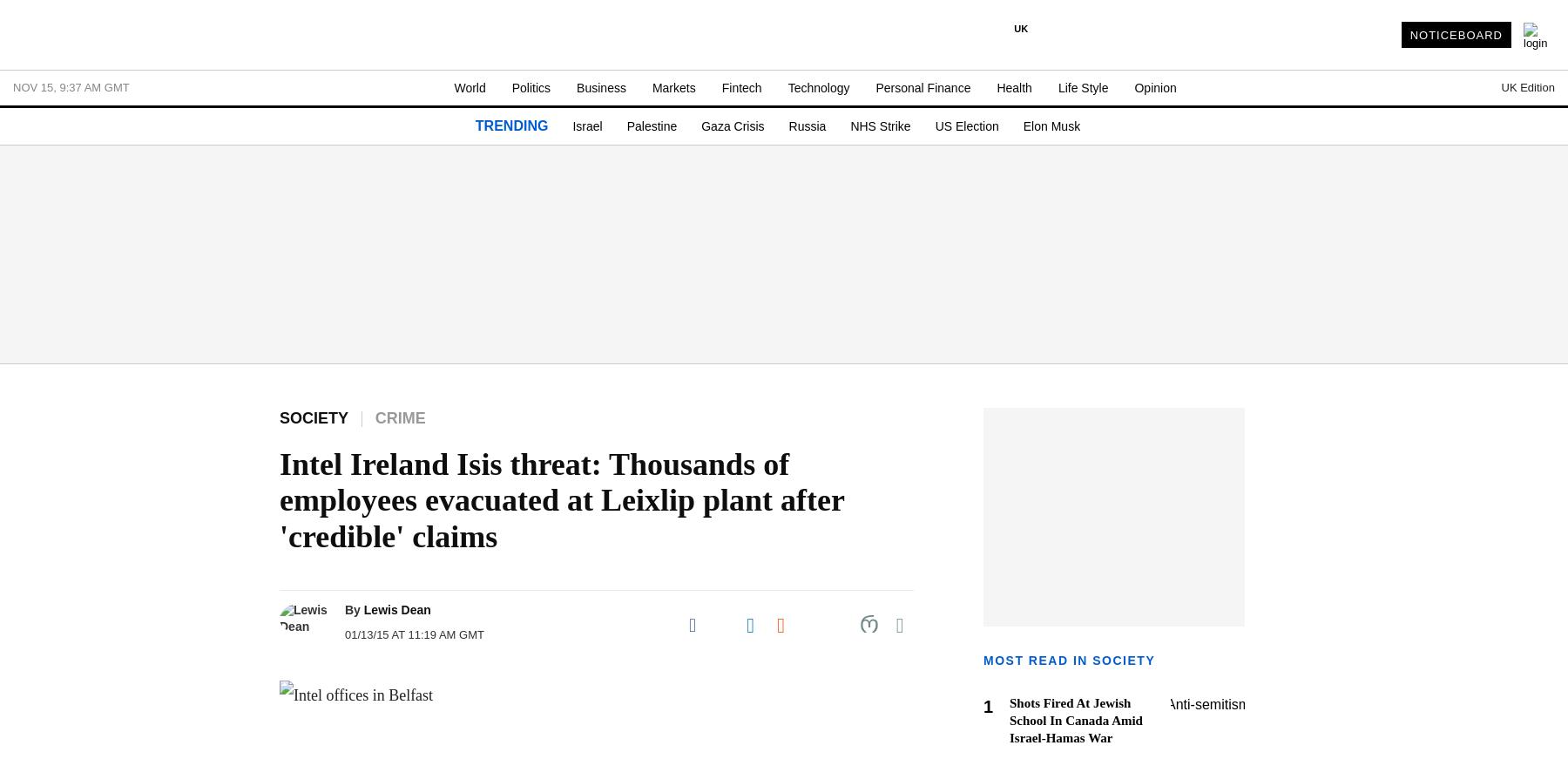 This screenshot has height=759, width=1568. I want to click on '01/13/15 AT 11:19 AM GMT', so click(413, 634).